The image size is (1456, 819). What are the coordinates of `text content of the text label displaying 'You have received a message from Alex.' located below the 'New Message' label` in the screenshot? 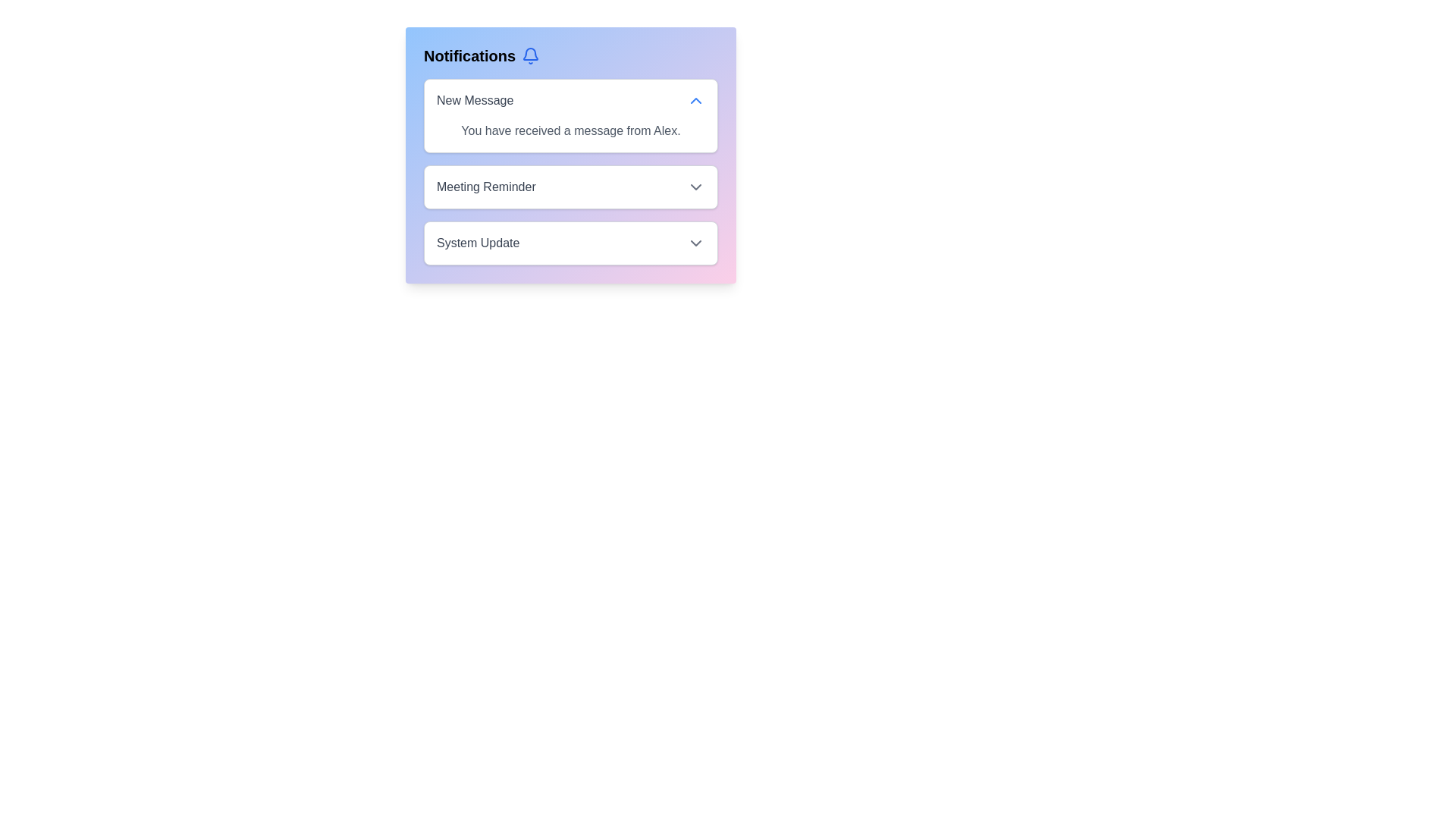 It's located at (570, 130).